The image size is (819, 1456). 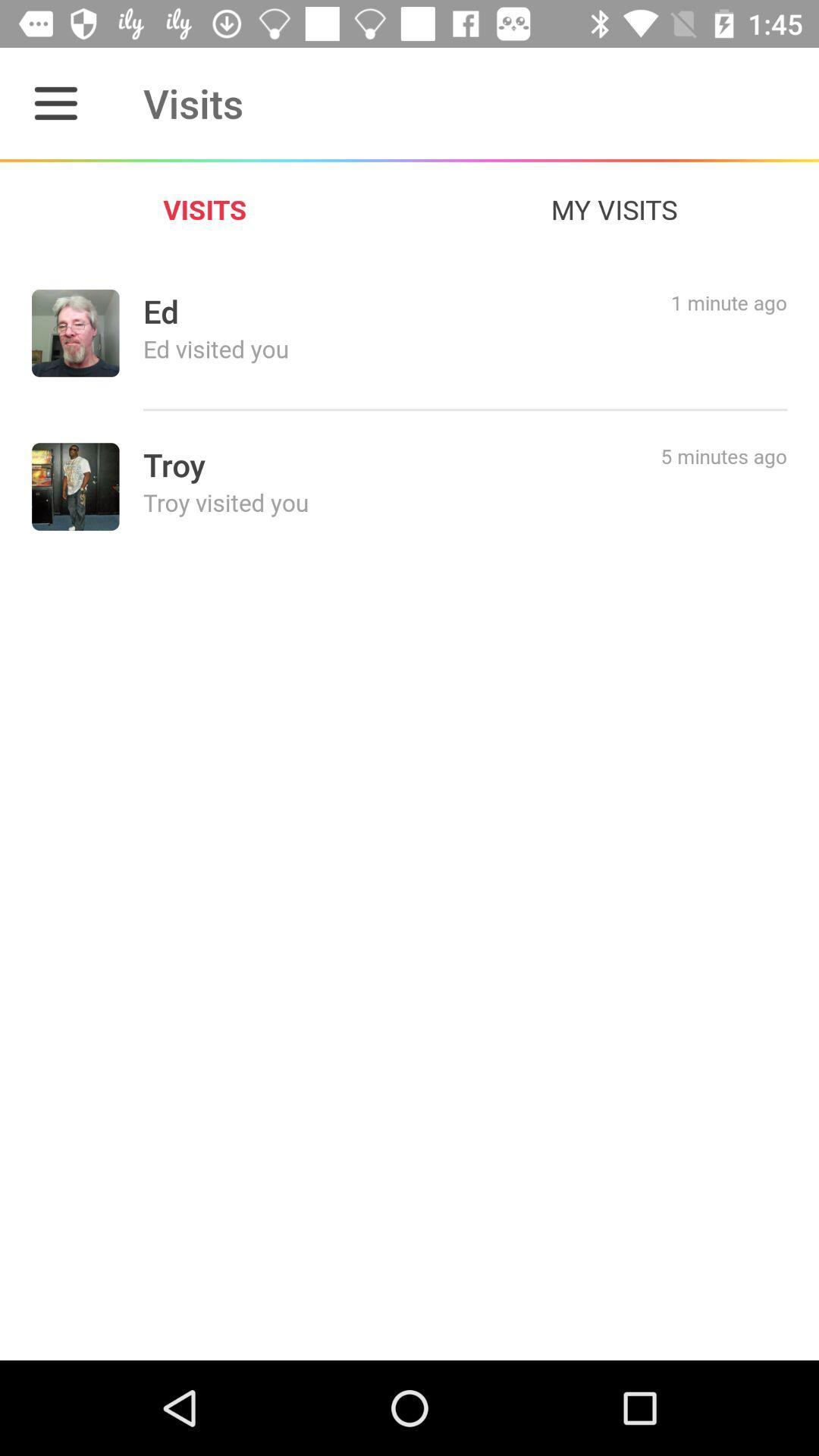 What do you see at coordinates (614, 209) in the screenshot?
I see `the my visits item` at bounding box center [614, 209].